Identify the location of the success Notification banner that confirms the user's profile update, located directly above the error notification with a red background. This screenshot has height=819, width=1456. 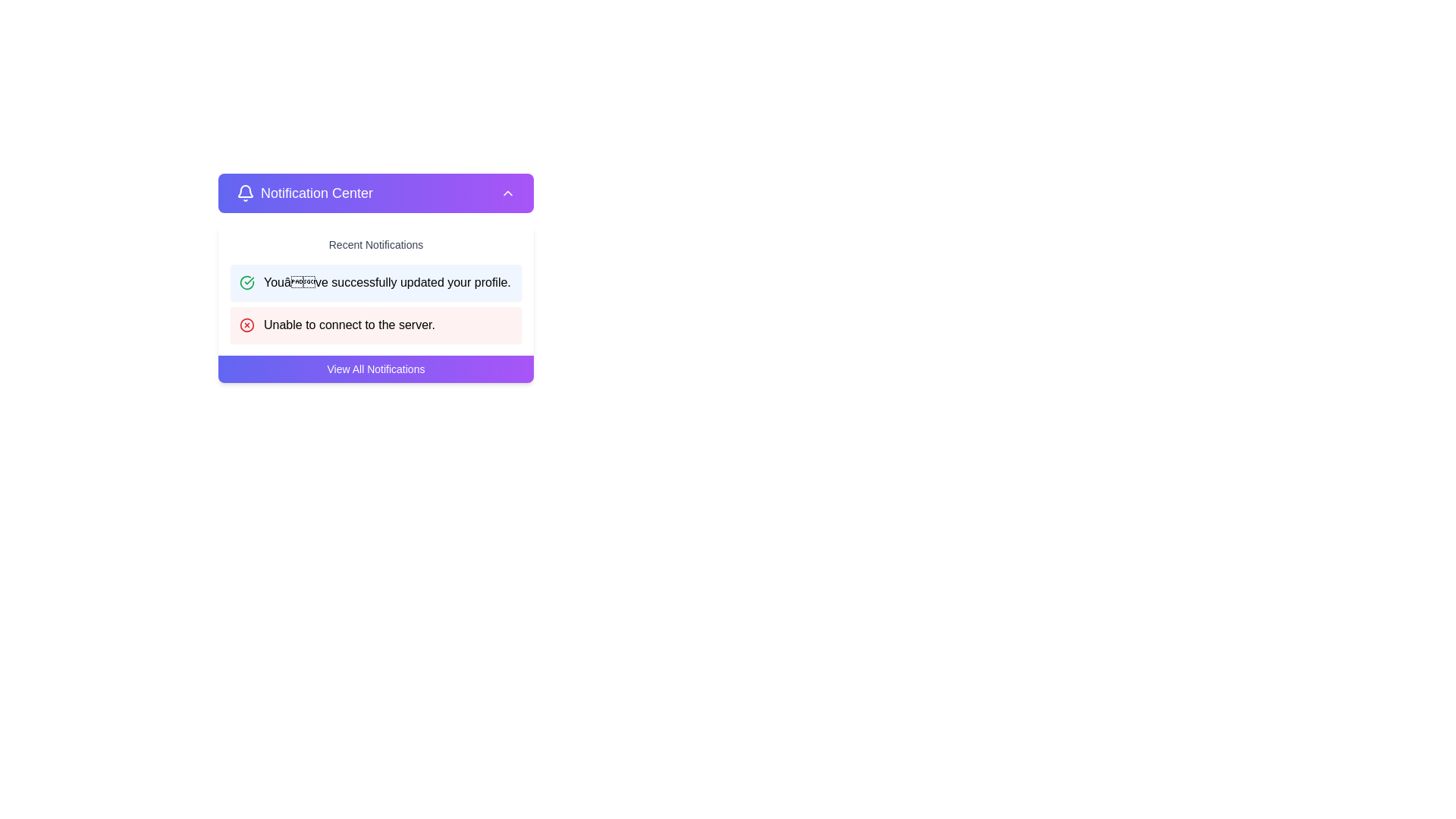
(375, 283).